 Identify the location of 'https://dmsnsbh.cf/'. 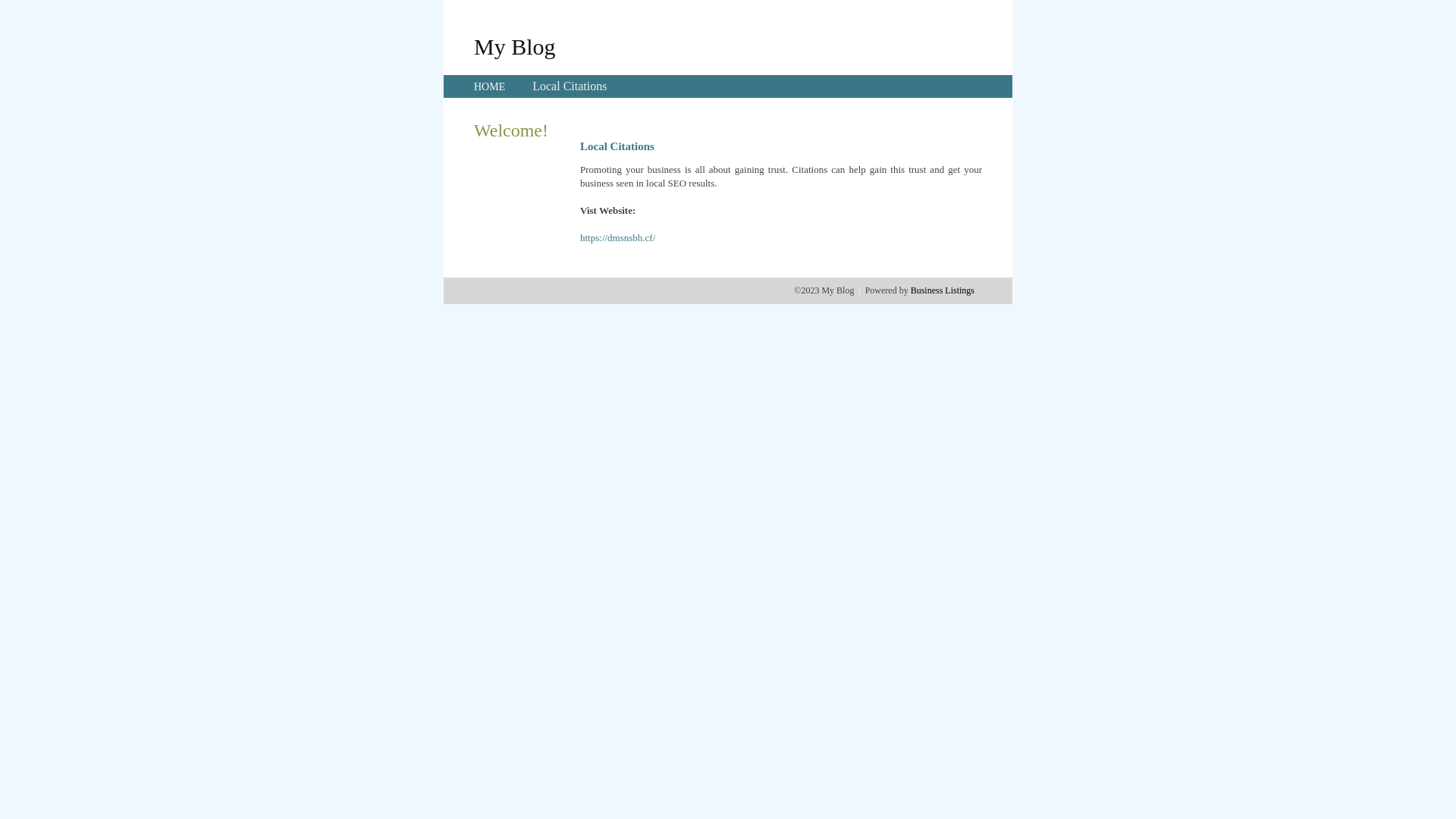
(579, 237).